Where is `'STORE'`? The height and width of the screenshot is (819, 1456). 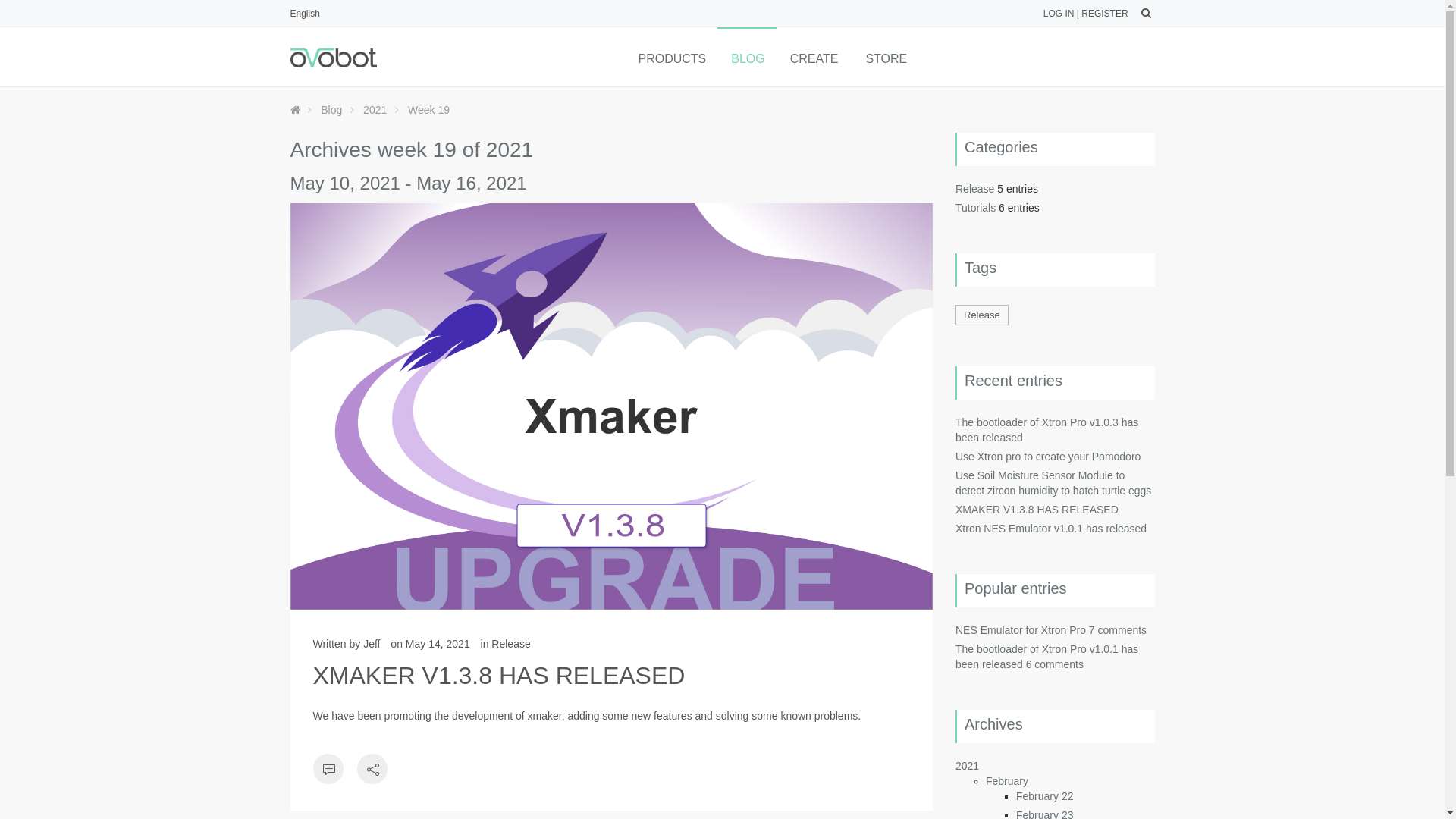 'STORE' is located at coordinates (884, 55).